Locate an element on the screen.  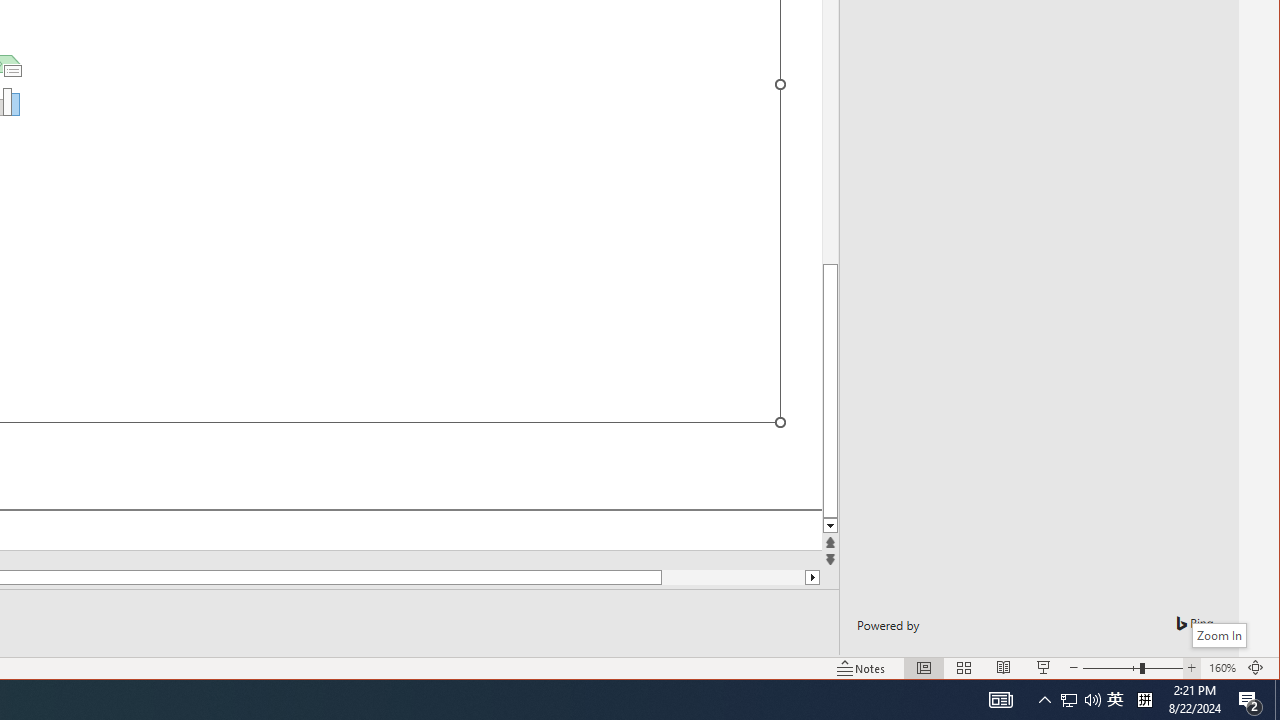
'Zoom 160%' is located at coordinates (1191, 668).